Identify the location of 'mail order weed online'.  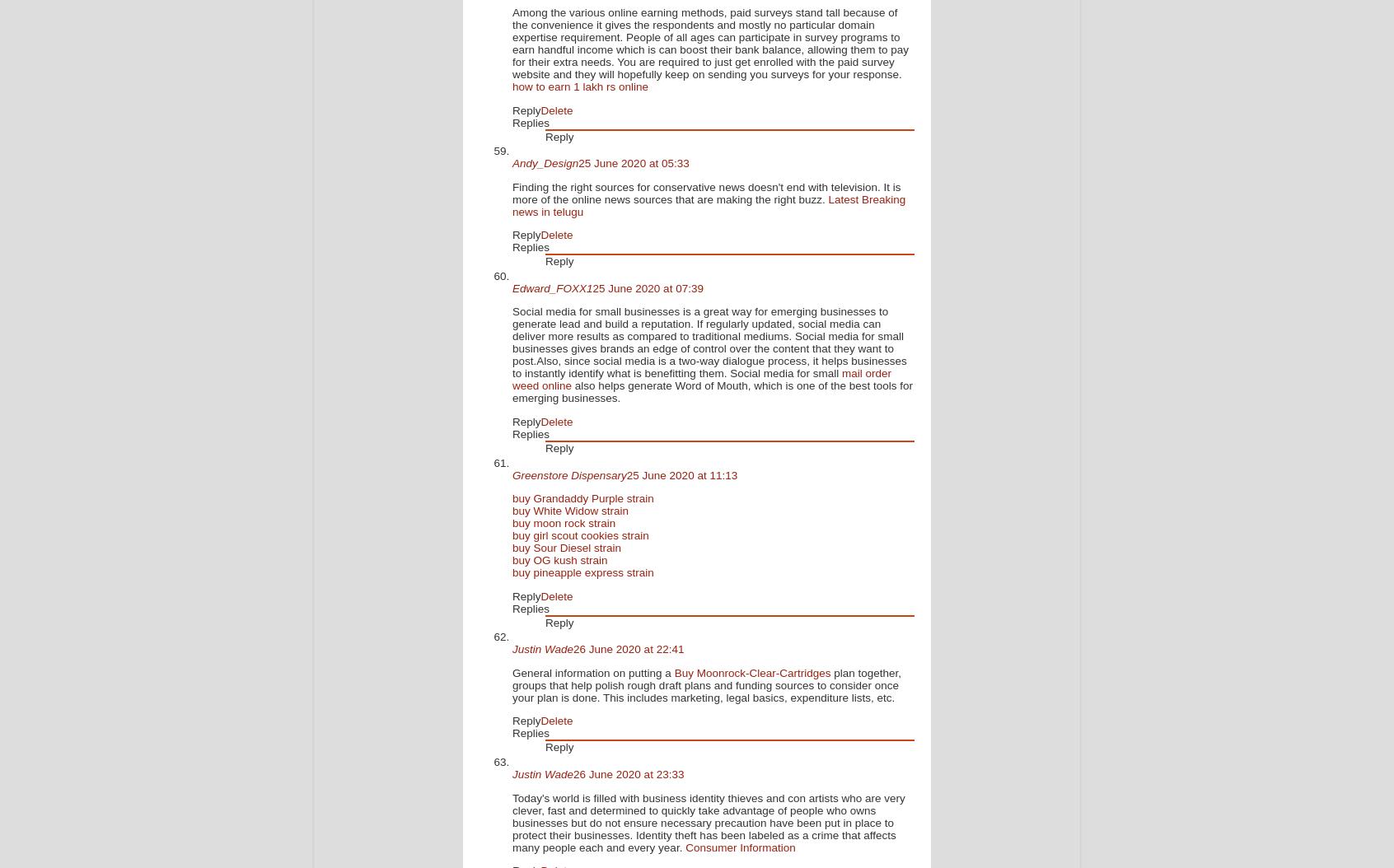
(511, 380).